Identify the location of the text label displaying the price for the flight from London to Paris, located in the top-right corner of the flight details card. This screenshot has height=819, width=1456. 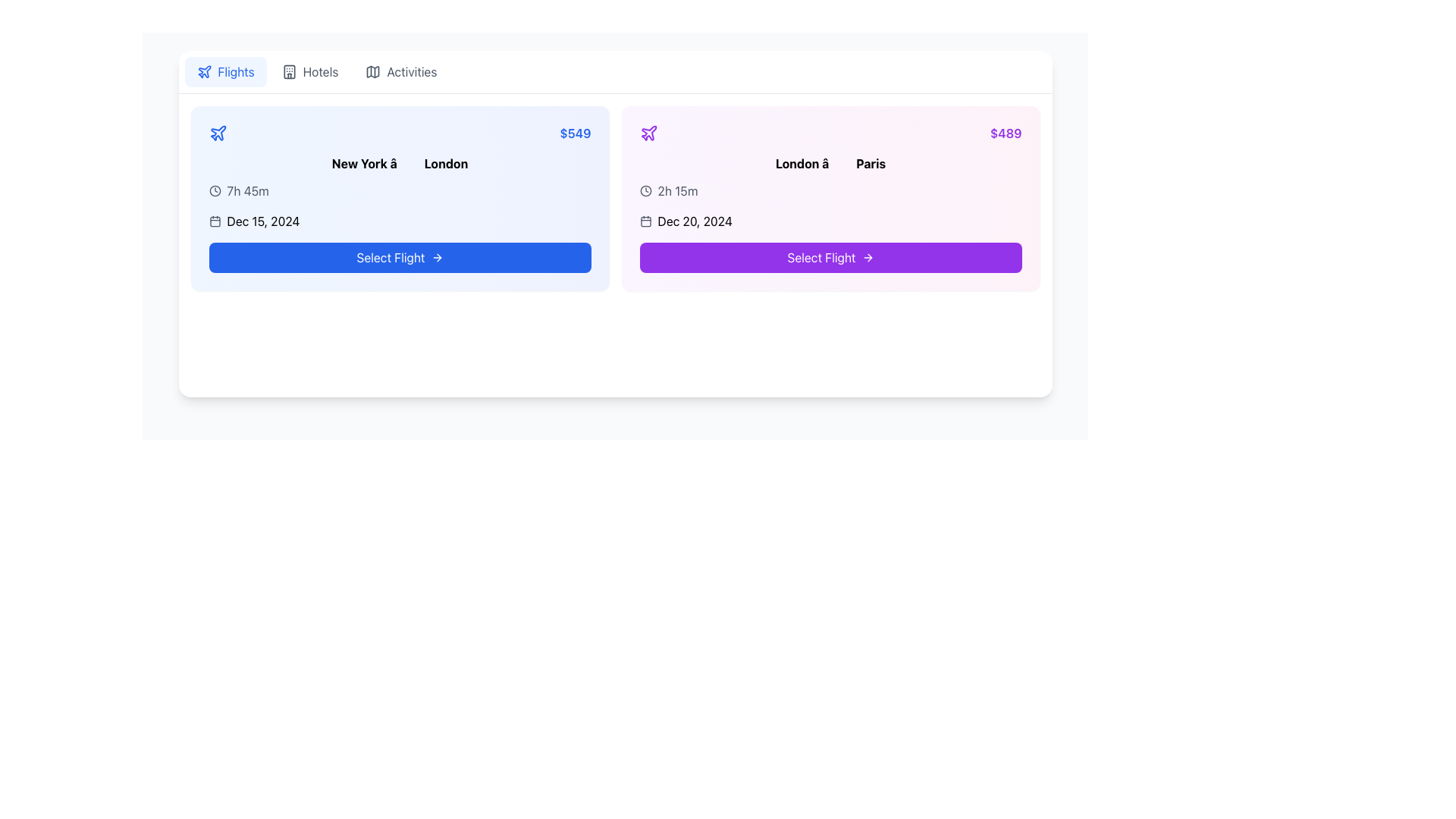
(1006, 133).